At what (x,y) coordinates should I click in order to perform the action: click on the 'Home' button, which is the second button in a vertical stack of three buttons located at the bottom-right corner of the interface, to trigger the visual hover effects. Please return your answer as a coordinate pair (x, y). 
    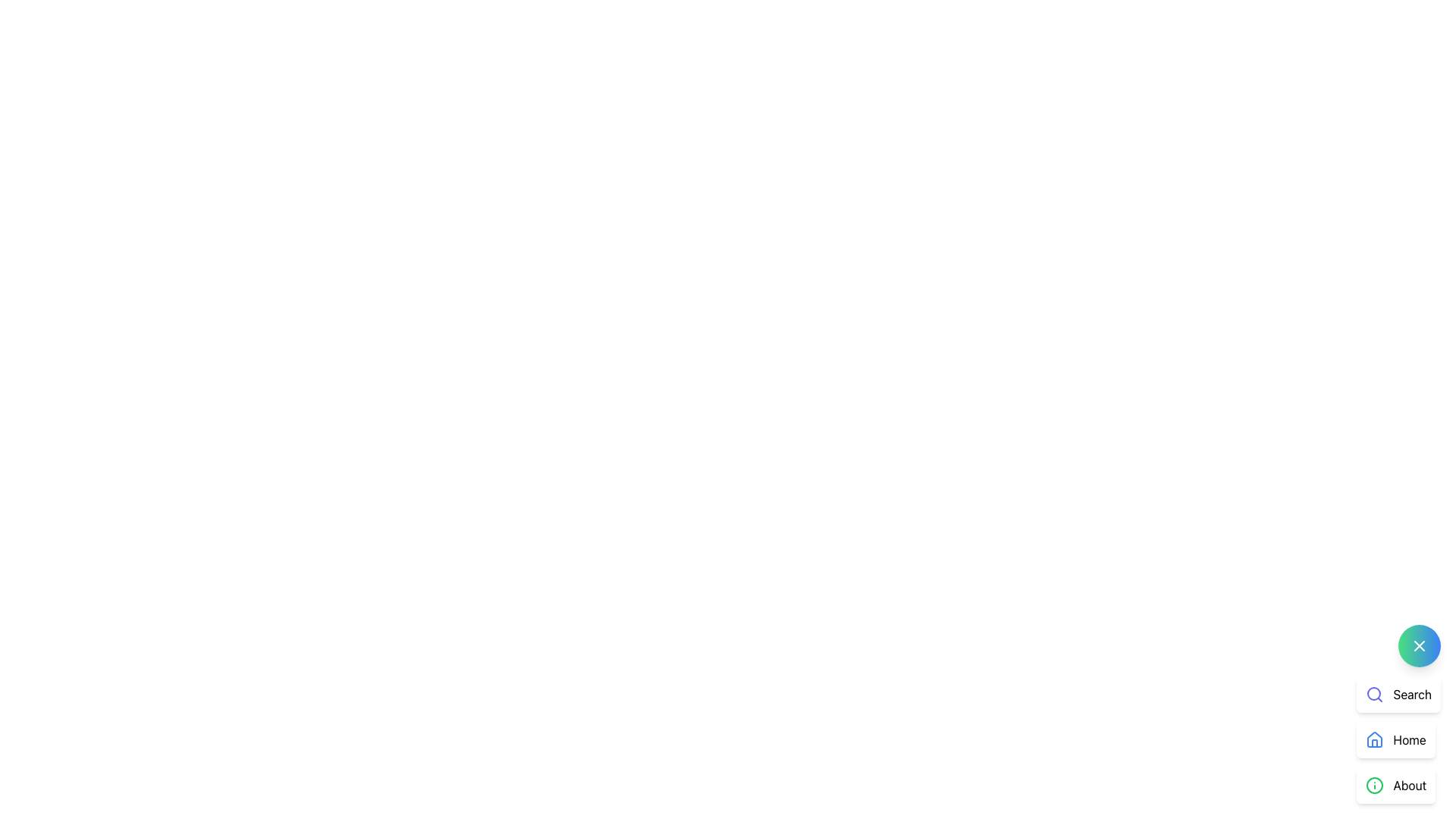
    Looking at the image, I should click on (1395, 739).